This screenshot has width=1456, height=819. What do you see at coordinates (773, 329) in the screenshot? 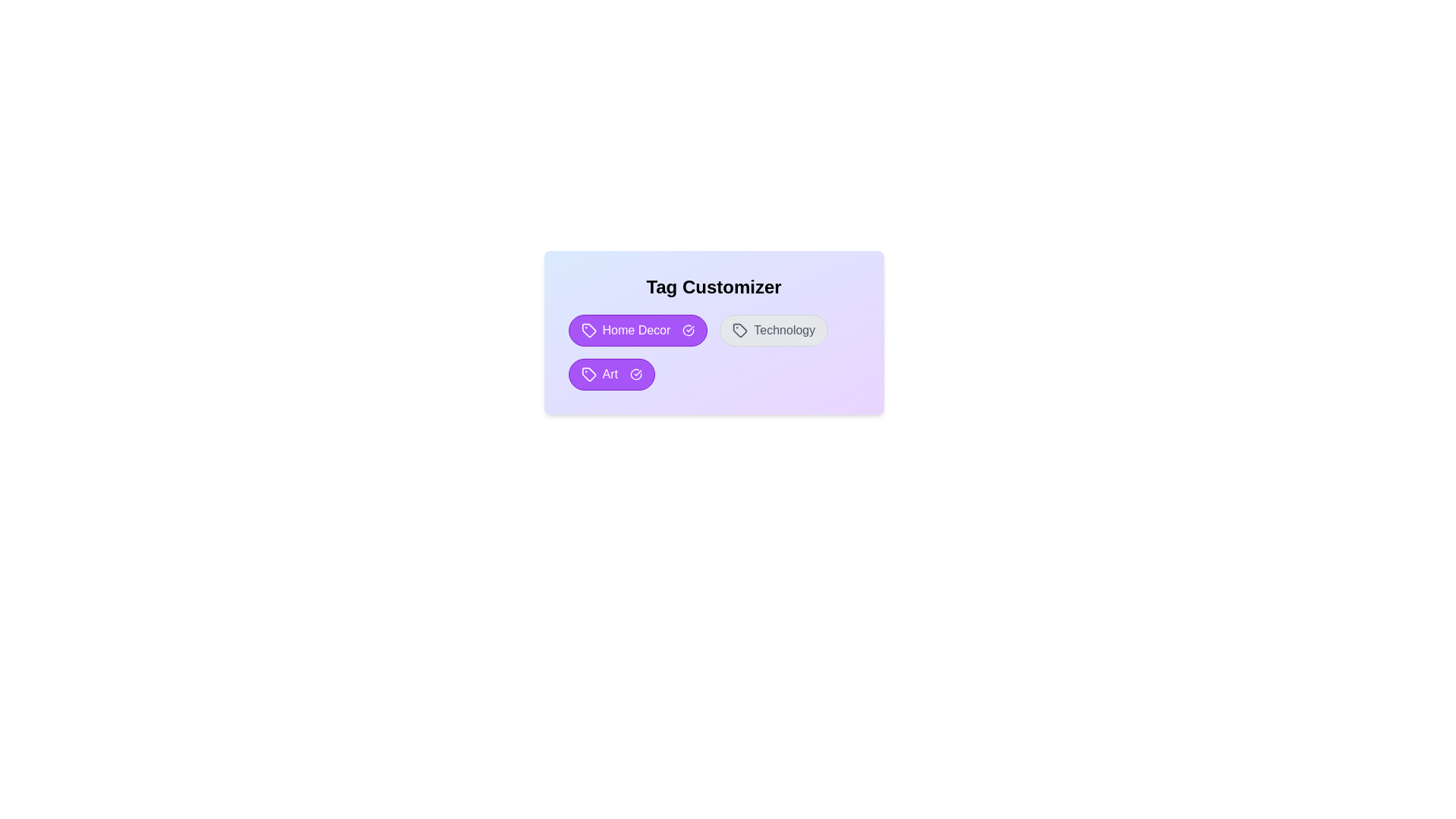
I see `the tag Technology by clicking on it` at bounding box center [773, 329].